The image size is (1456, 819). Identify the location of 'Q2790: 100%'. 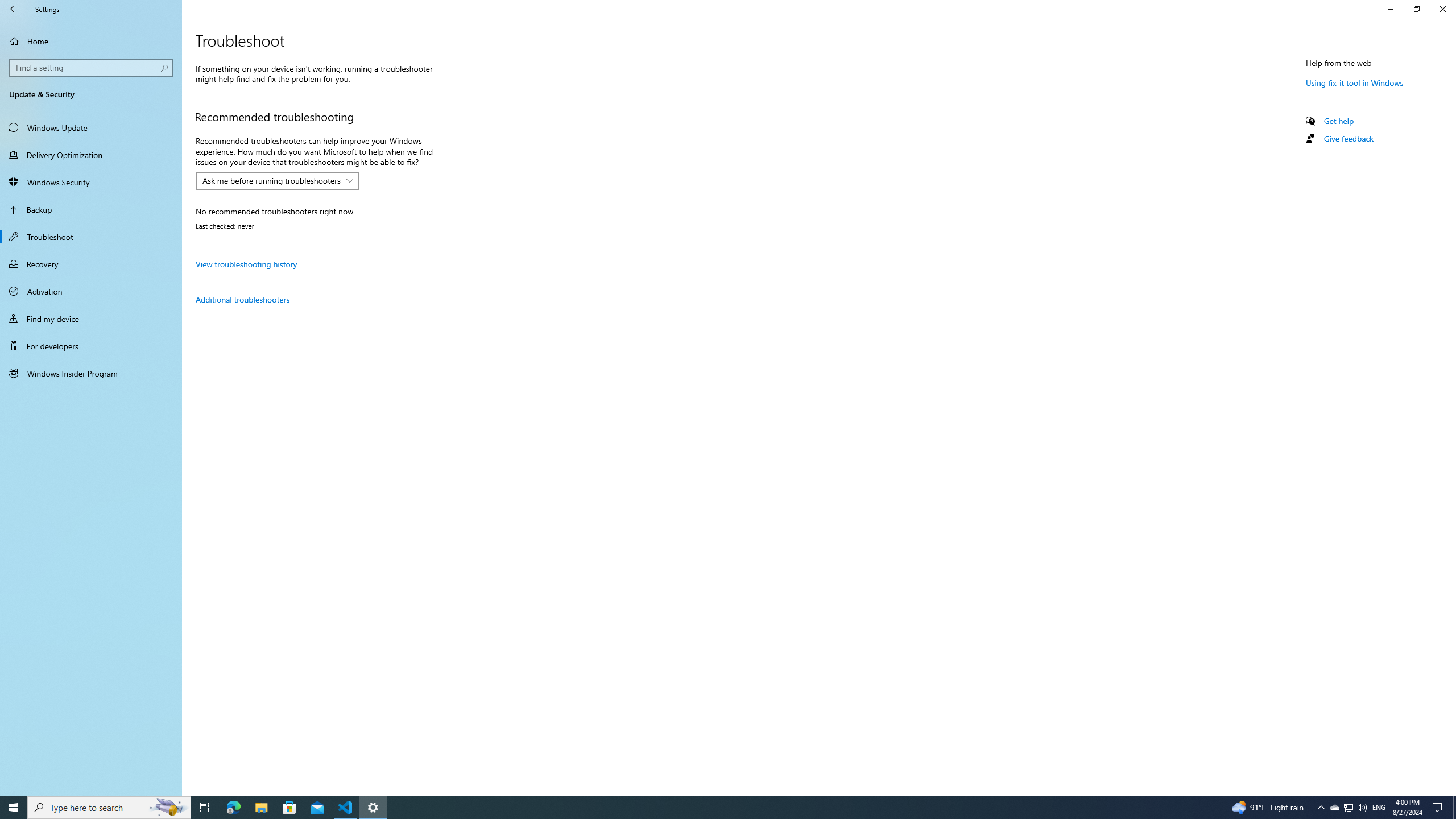
(1361, 806).